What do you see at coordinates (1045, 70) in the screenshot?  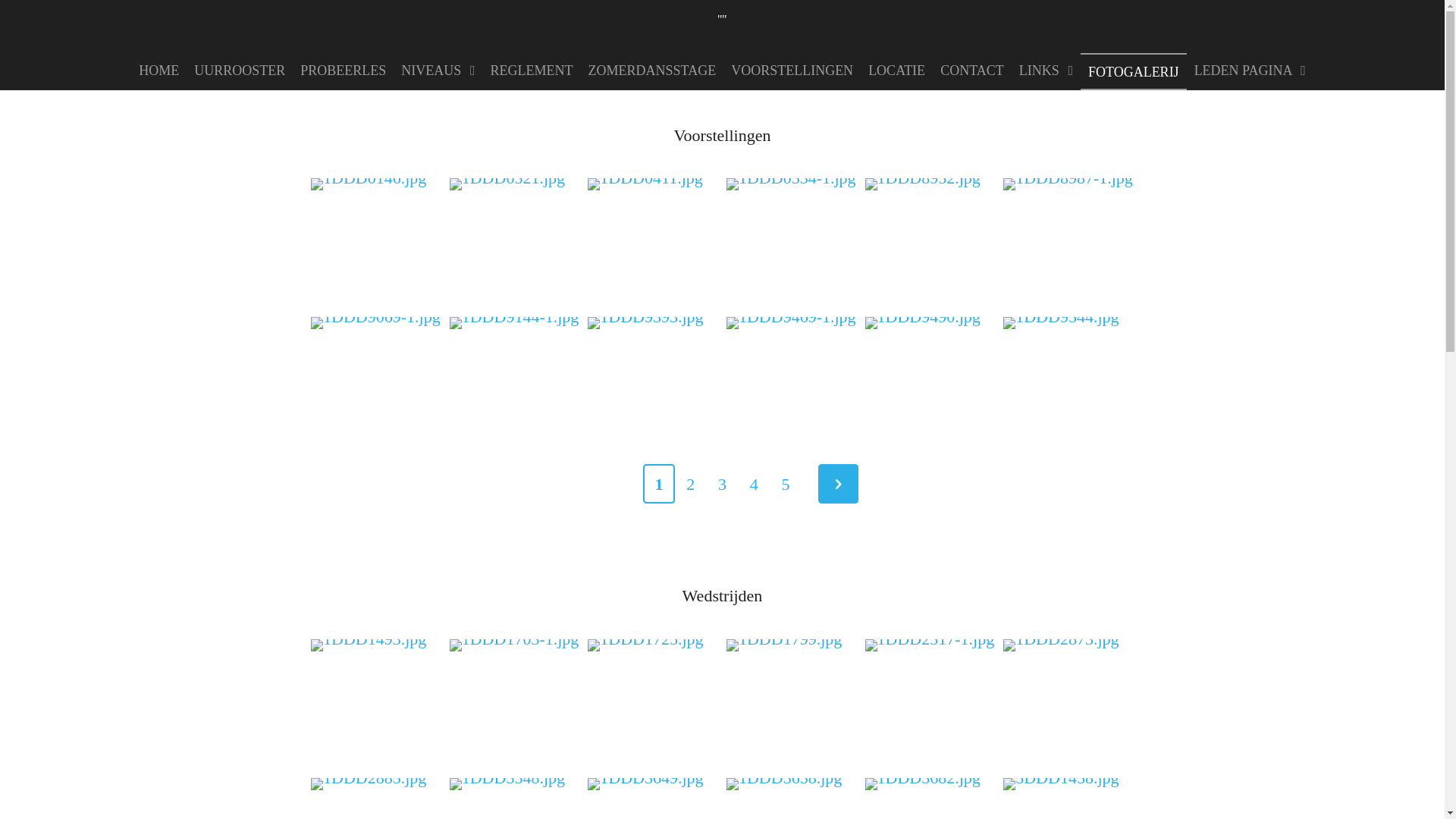 I see `'LINKS'` at bounding box center [1045, 70].